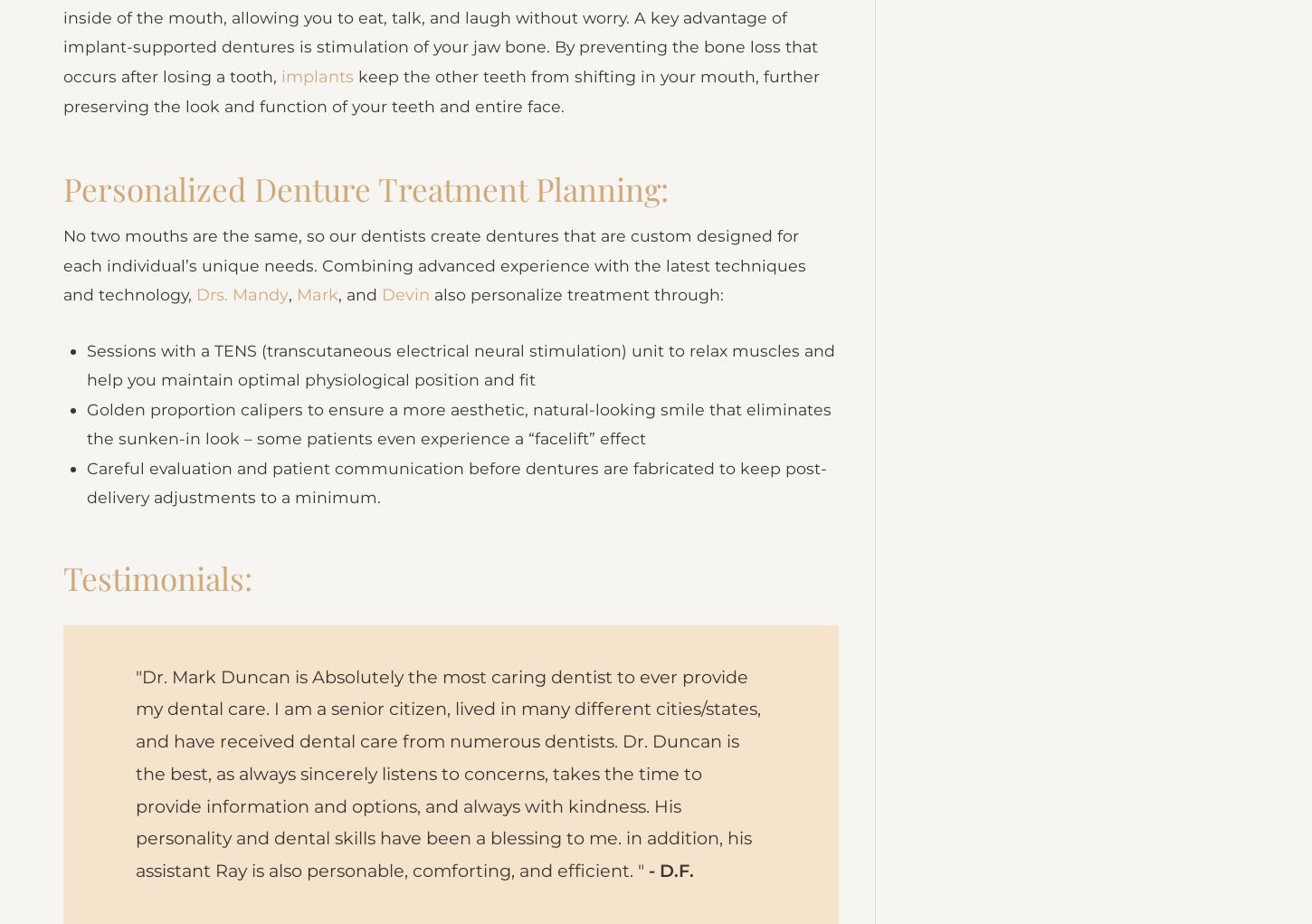  Describe the element at coordinates (318, 327) in the screenshot. I see `'Mark'` at that location.